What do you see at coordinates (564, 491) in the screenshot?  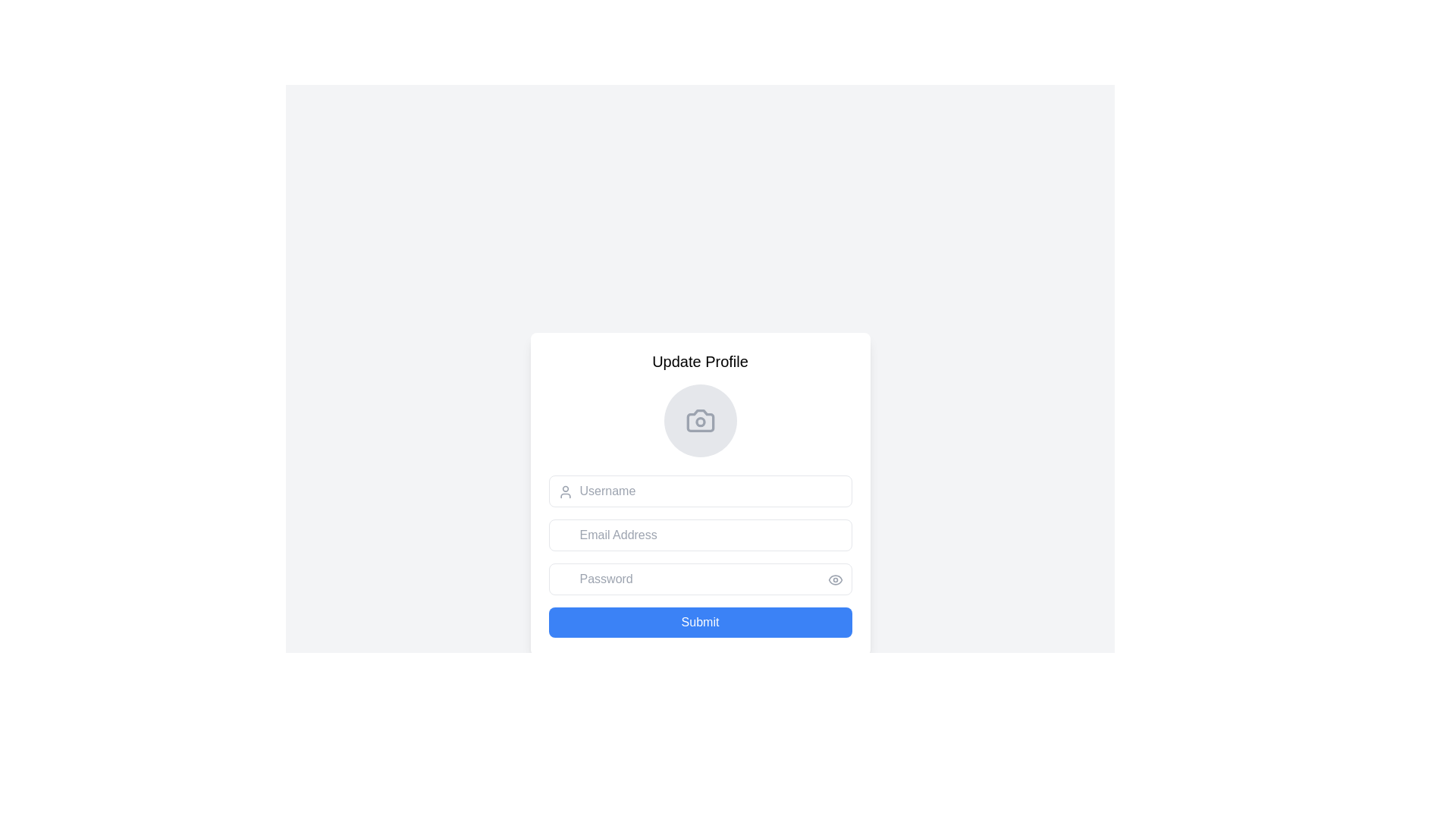 I see `the user icon located to the left of the 'Username' input field within the 'Update Profile' form` at bounding box center [564, 491].